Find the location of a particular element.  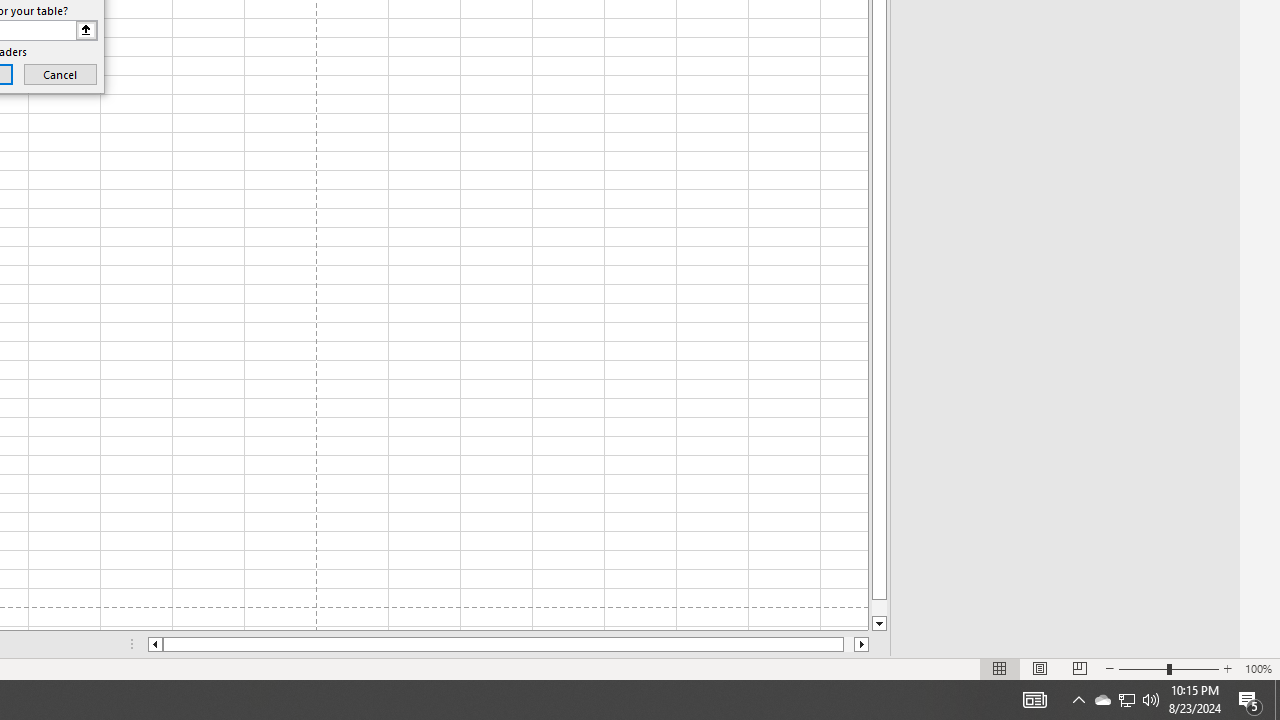

'Page right' is located at coordinates (848, 644).